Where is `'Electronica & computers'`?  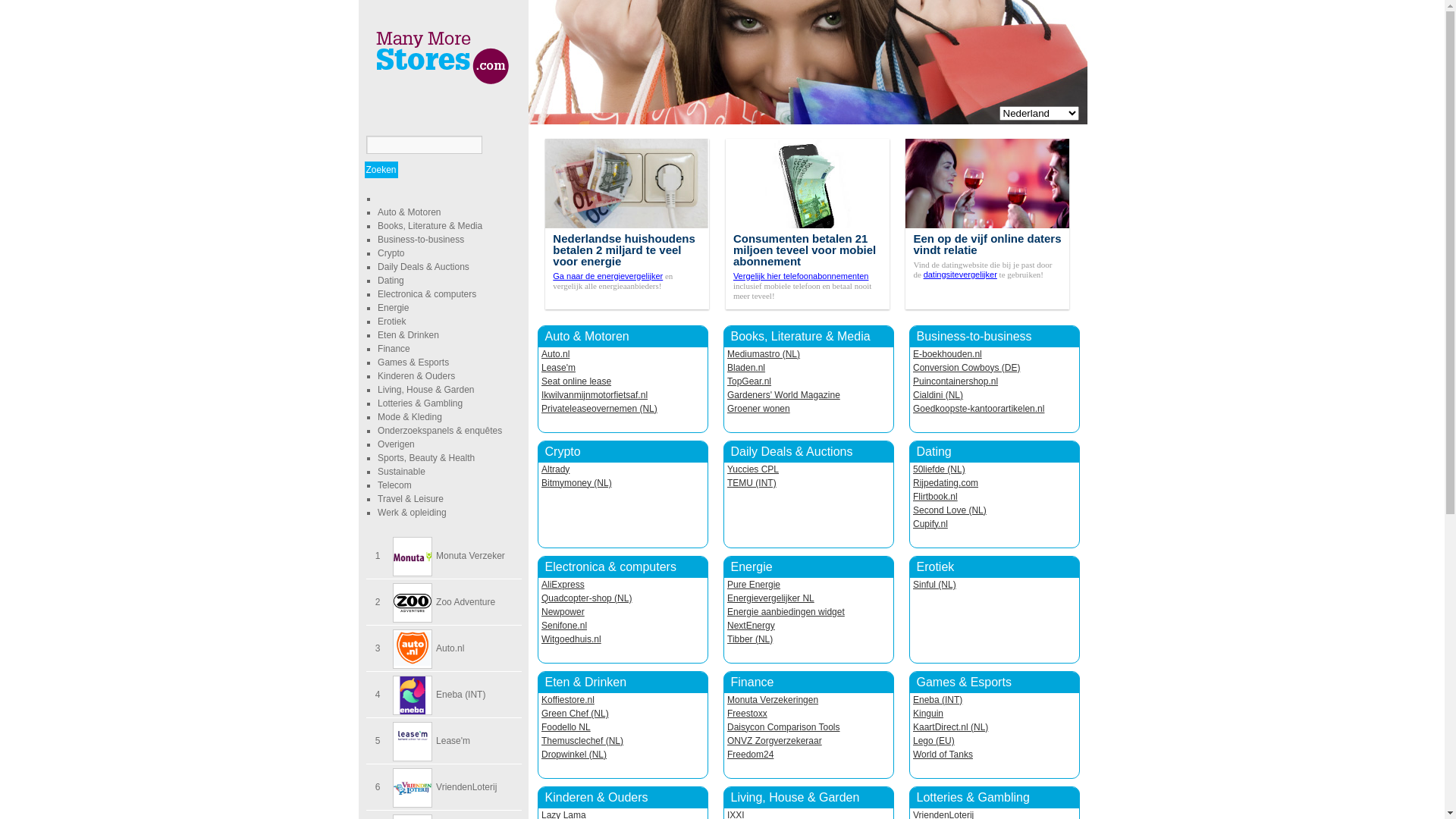 'Electronica & computers' is located at coordinates (610, 566).